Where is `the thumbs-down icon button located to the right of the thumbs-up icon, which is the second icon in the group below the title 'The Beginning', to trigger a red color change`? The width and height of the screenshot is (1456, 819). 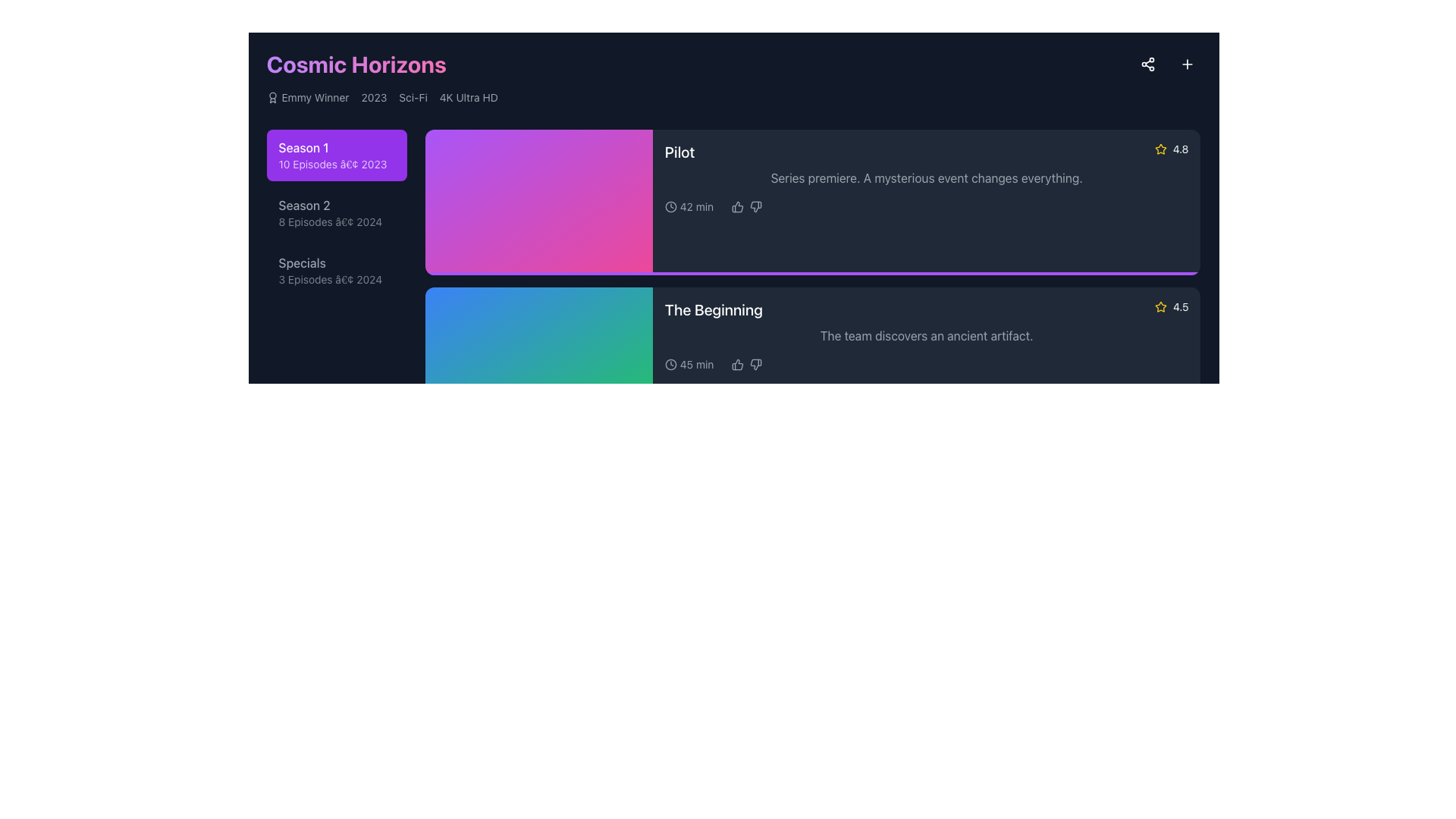 the thumbs-down icon button located to the right of the thumbs-up icon, which is the second icon in the group below the title 'The Beginning', to trigger a red color change is located at coordinates (756, 522).